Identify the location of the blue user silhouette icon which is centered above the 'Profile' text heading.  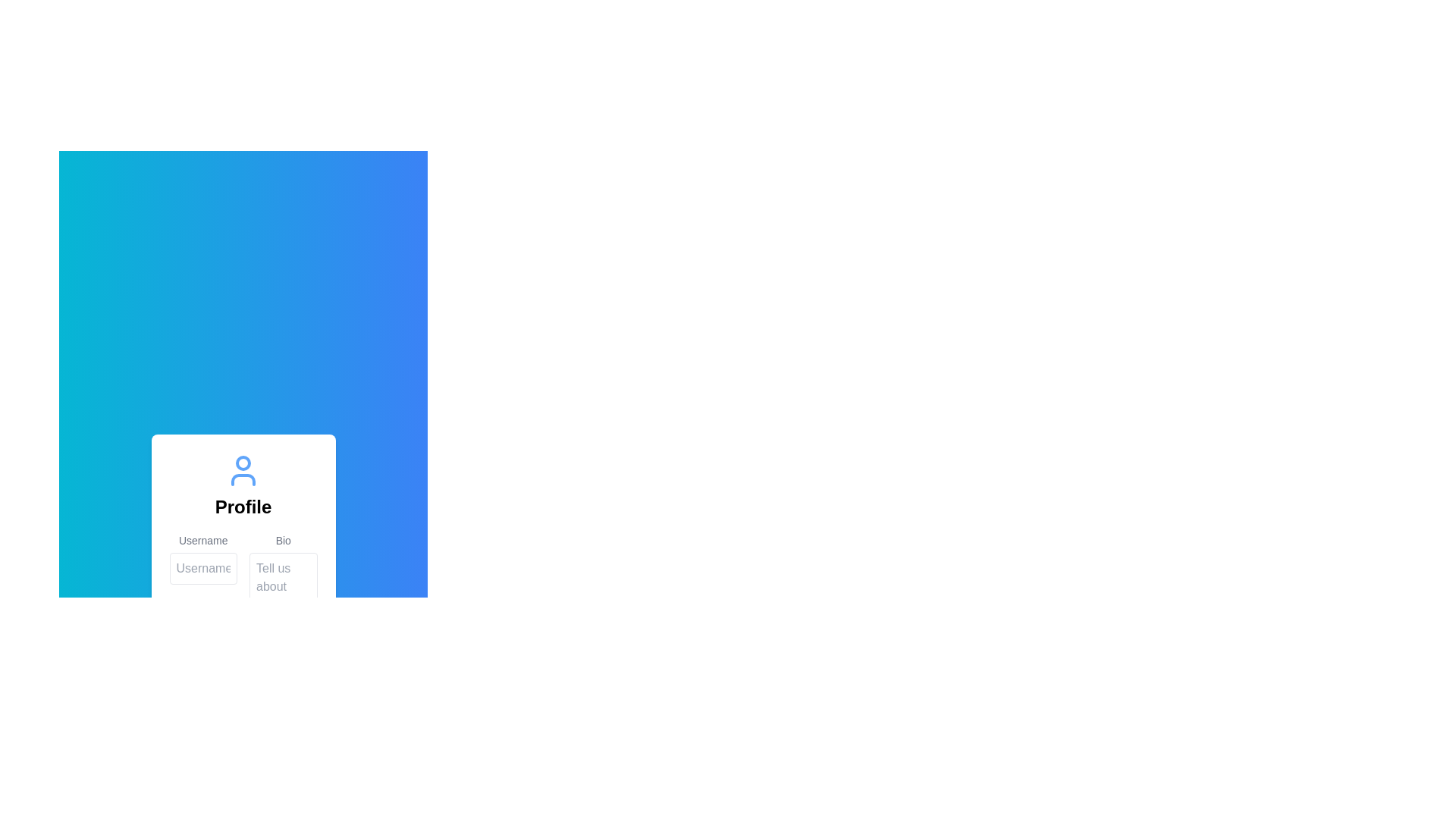
(243, 469).